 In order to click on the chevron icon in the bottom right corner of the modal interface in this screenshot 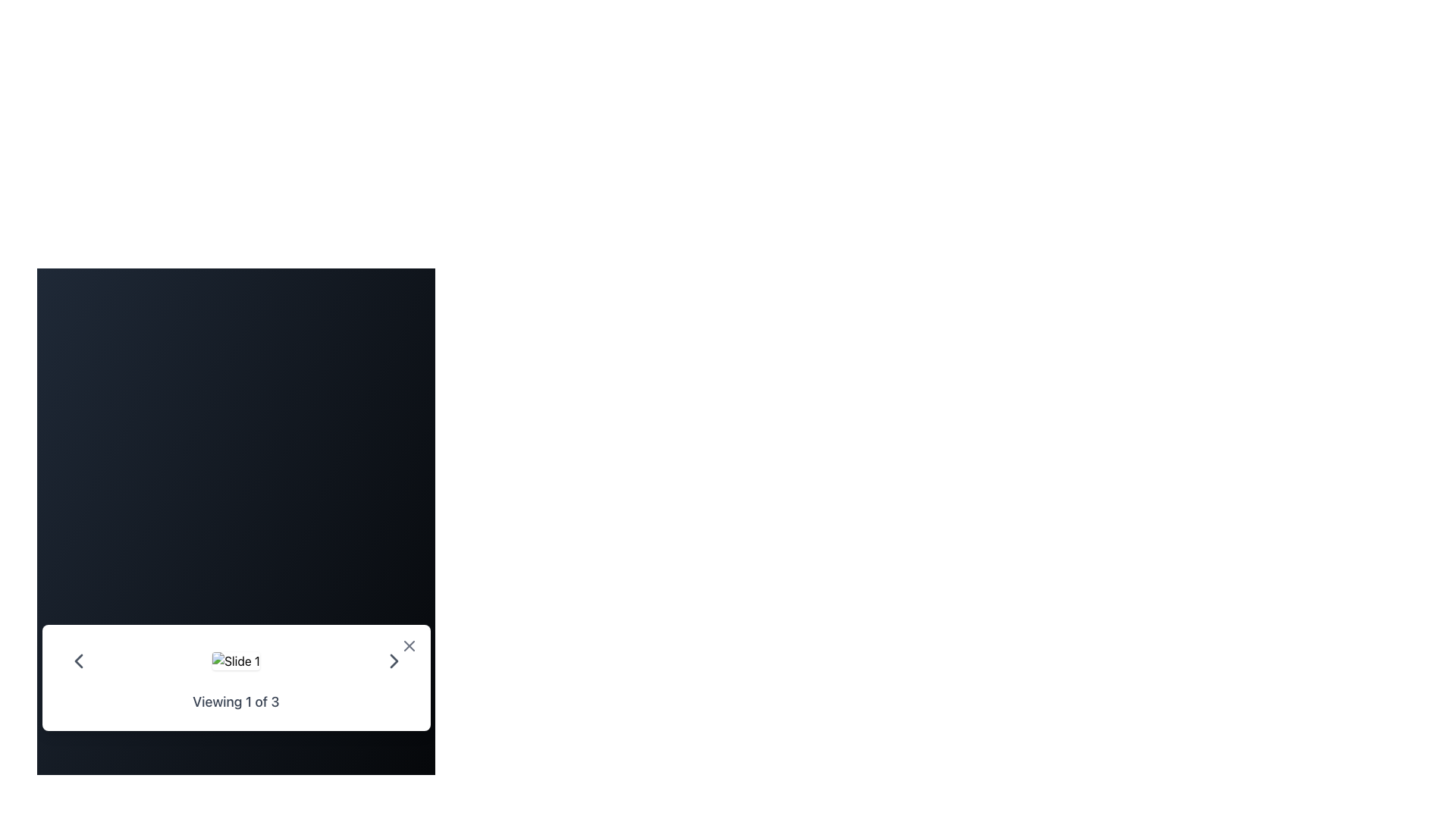, I will do `click(394, 660)`.